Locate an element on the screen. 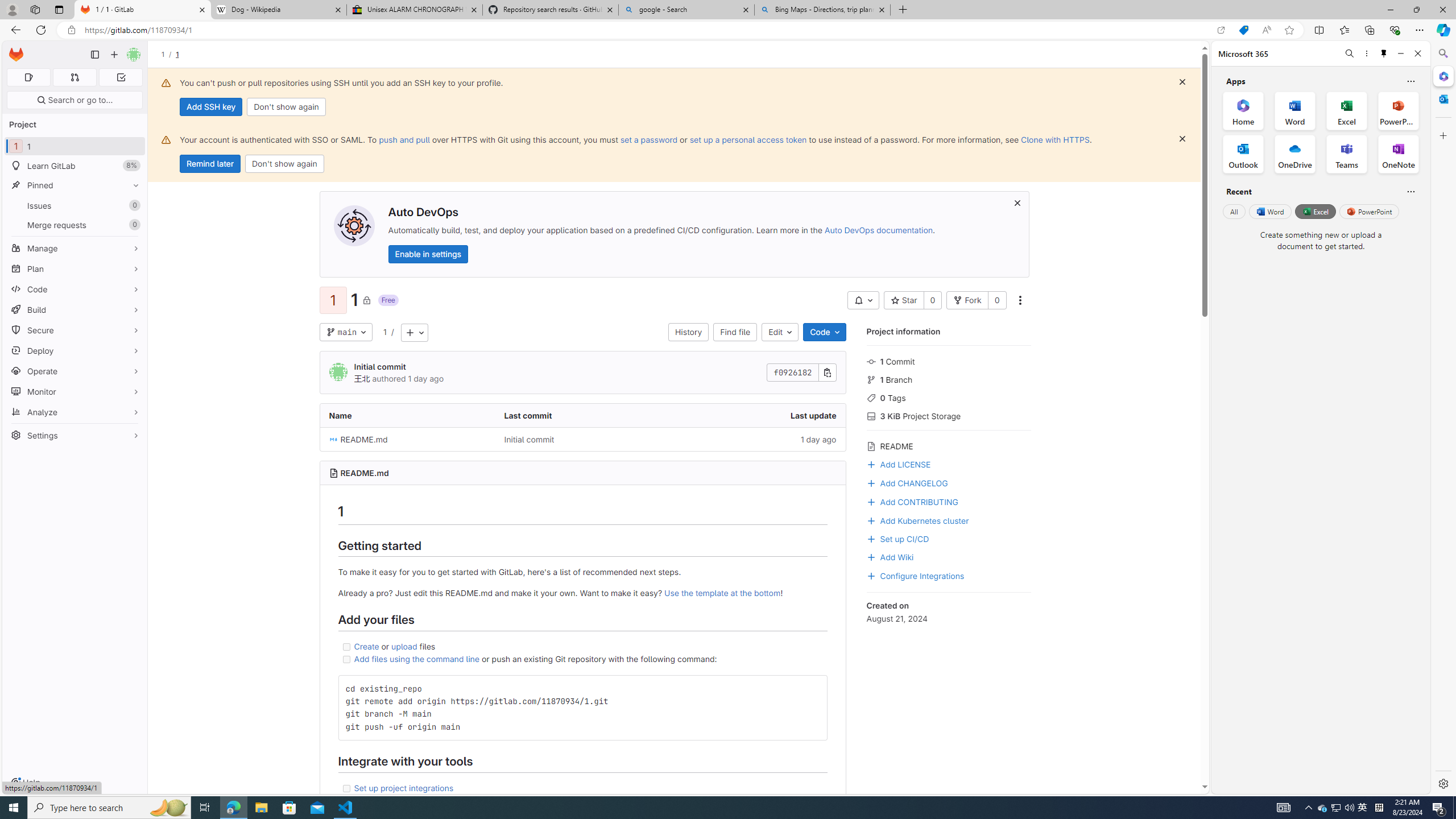 This screenshot has height=819, width=1456. 'Deploy' is located at coordinates (74, 350).